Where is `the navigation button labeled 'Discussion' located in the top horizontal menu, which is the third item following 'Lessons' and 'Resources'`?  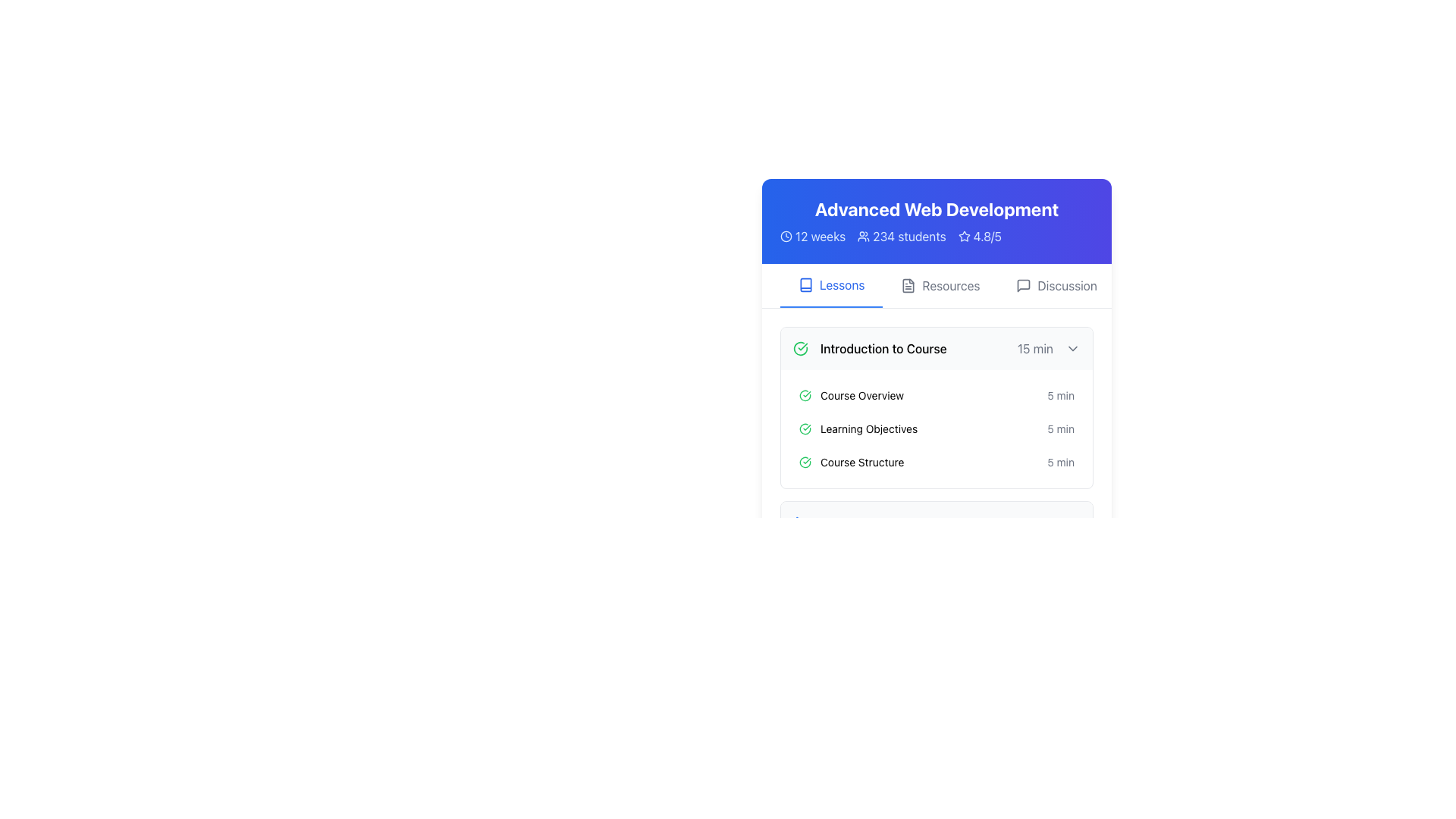 the navigation button labeled 'Discussion' located in the top horizontal menu, which is the third item following 'Lessons' and 'Resources' is located at coordinates (1056, 286).